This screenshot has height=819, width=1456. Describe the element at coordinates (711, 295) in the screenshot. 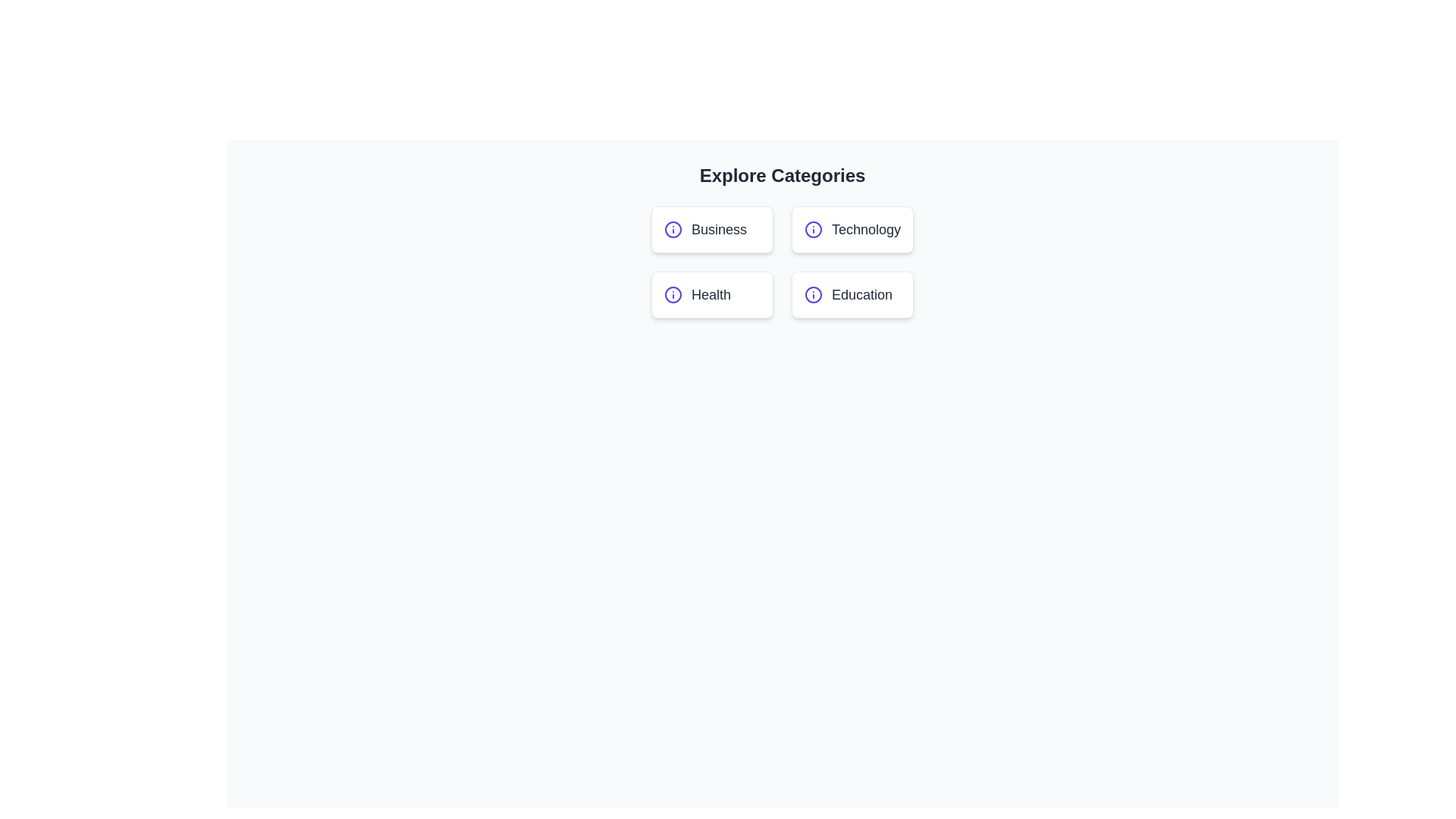

I see `the third Clickable Category Option labeled 'Health'` at that location.